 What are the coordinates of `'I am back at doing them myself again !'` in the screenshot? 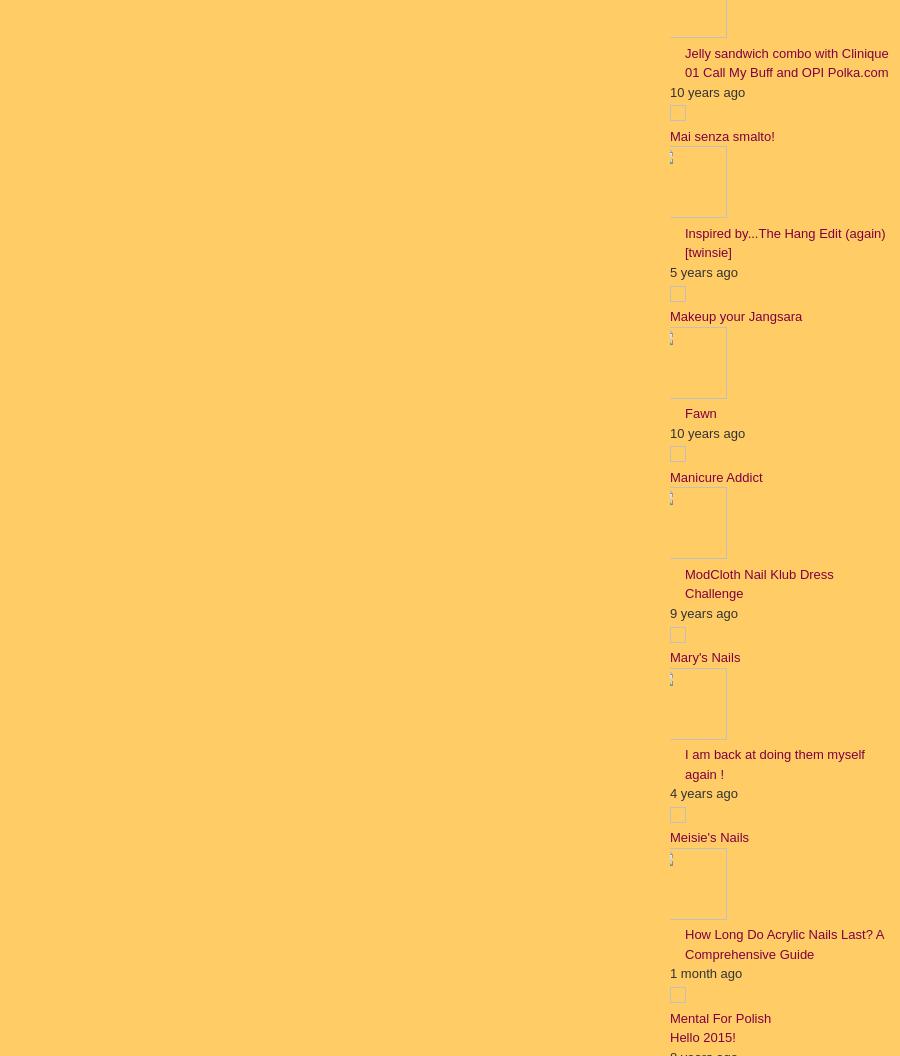 It's located at (773, 763).